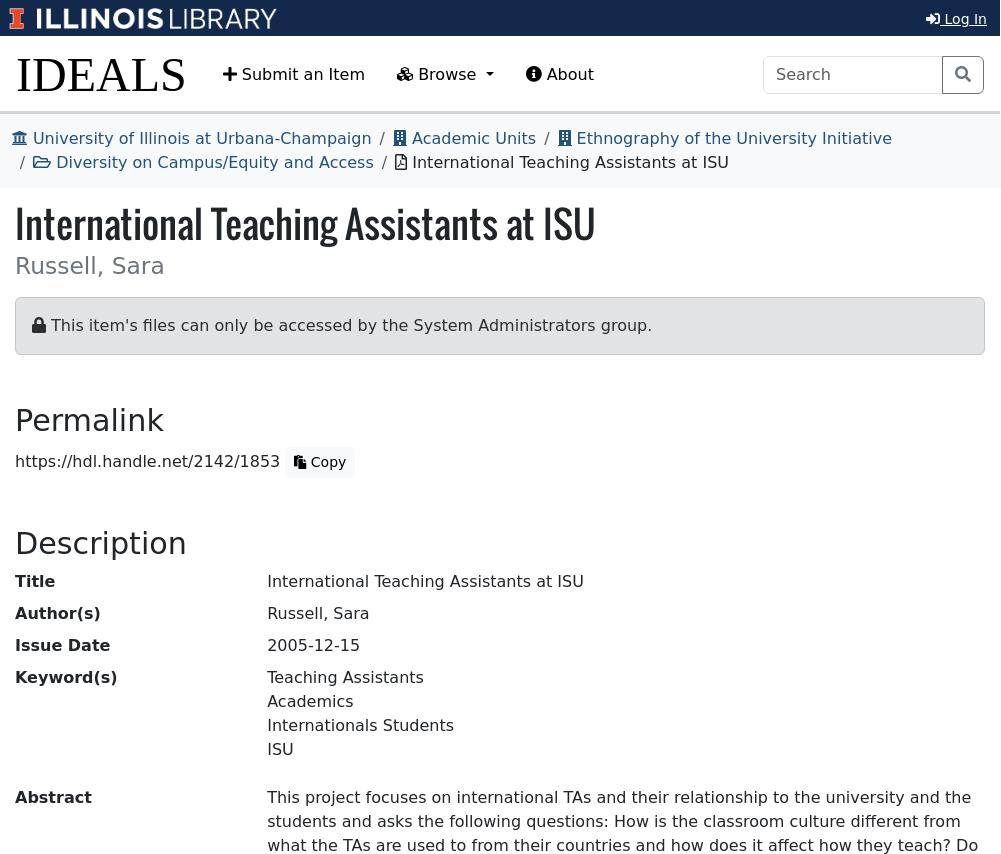  Describe the element at coordinates (52, 107) in the screenshot. I see `'Abstract'` at that location.